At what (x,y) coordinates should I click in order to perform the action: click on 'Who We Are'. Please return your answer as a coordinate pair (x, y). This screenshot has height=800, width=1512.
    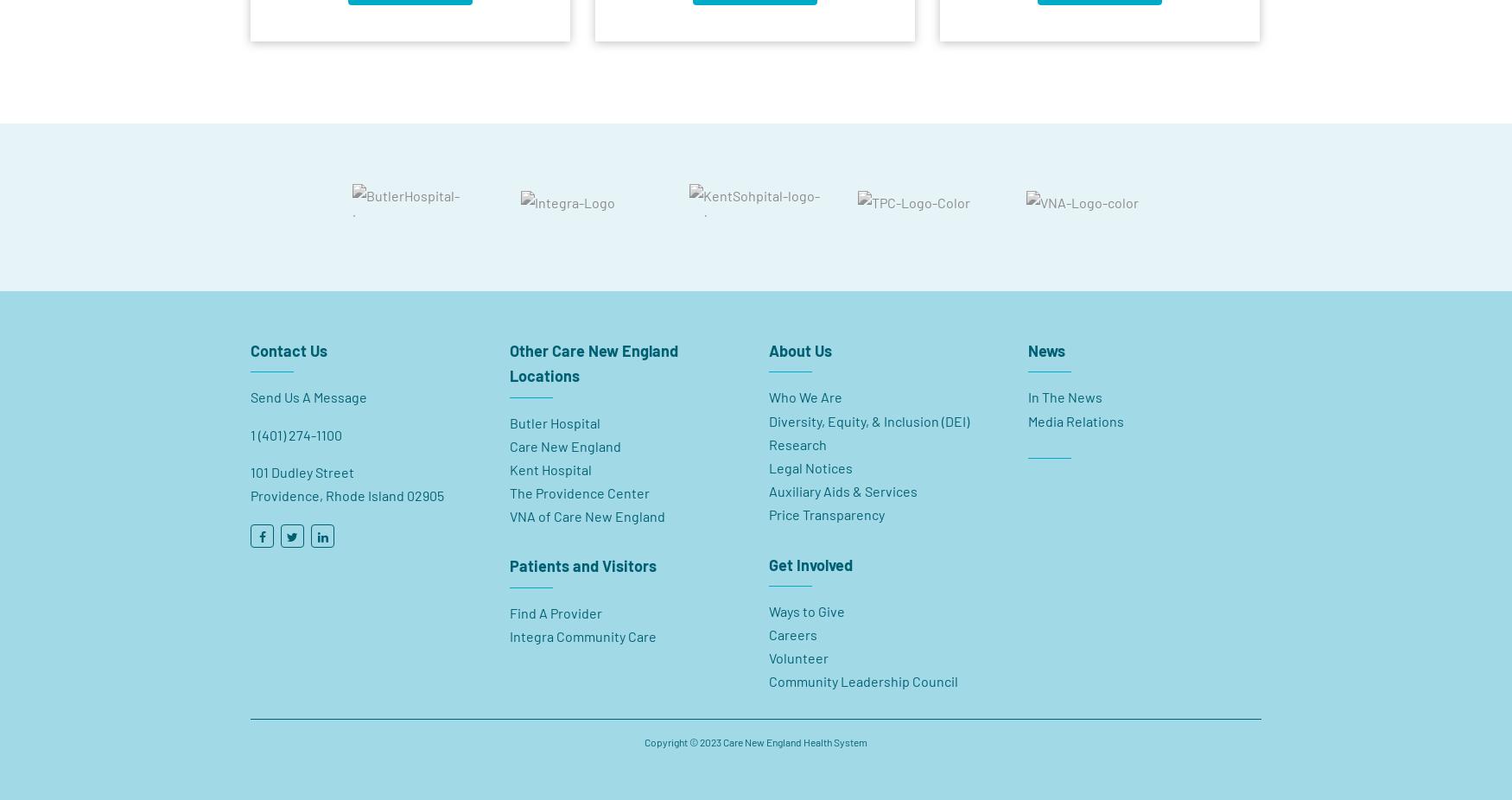
    Looking at the image, I should click on (804, 389).